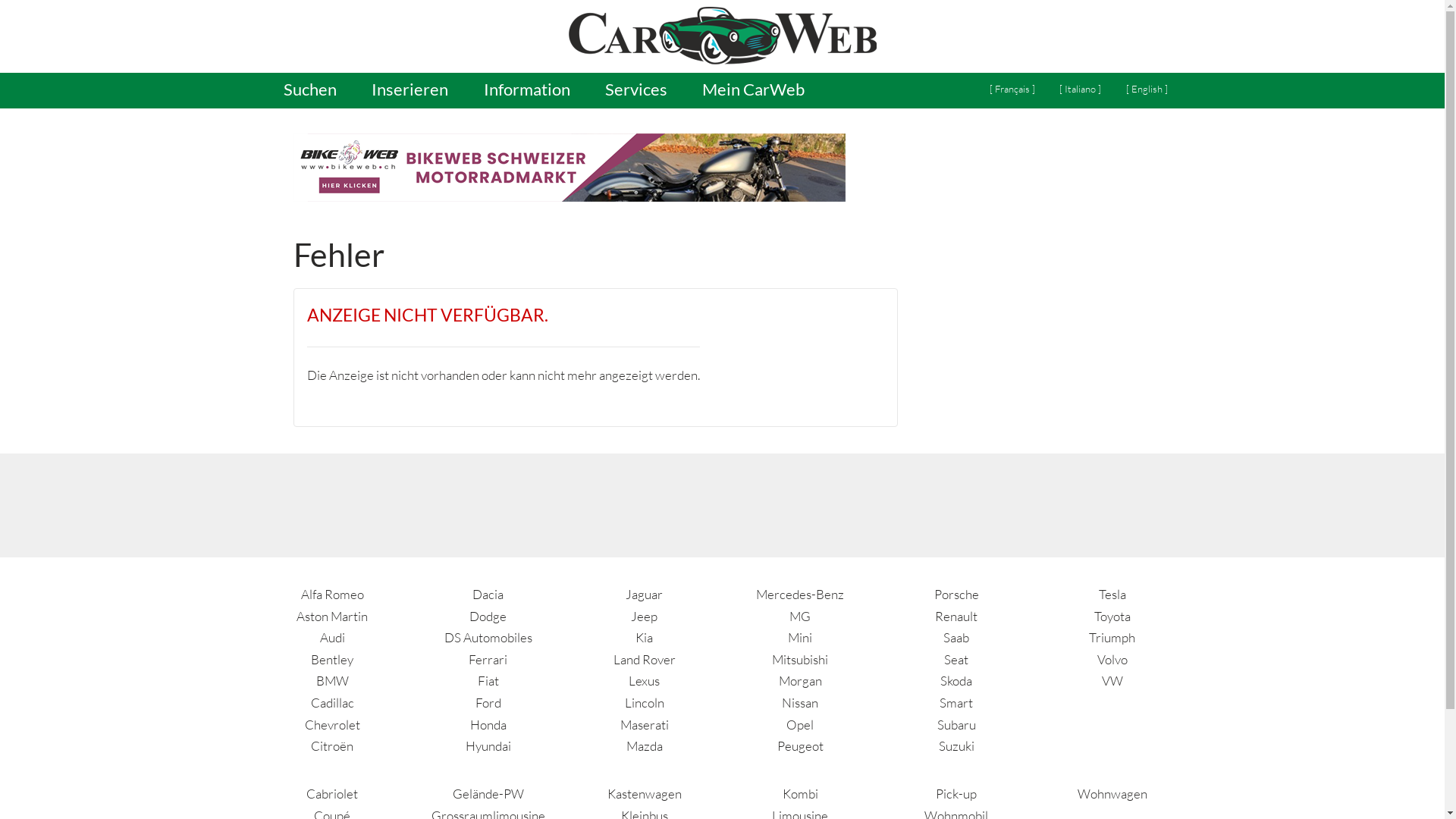 This screenshot has width=1456, height=819. I want to click on 'Volvo', so click(1112, 658).